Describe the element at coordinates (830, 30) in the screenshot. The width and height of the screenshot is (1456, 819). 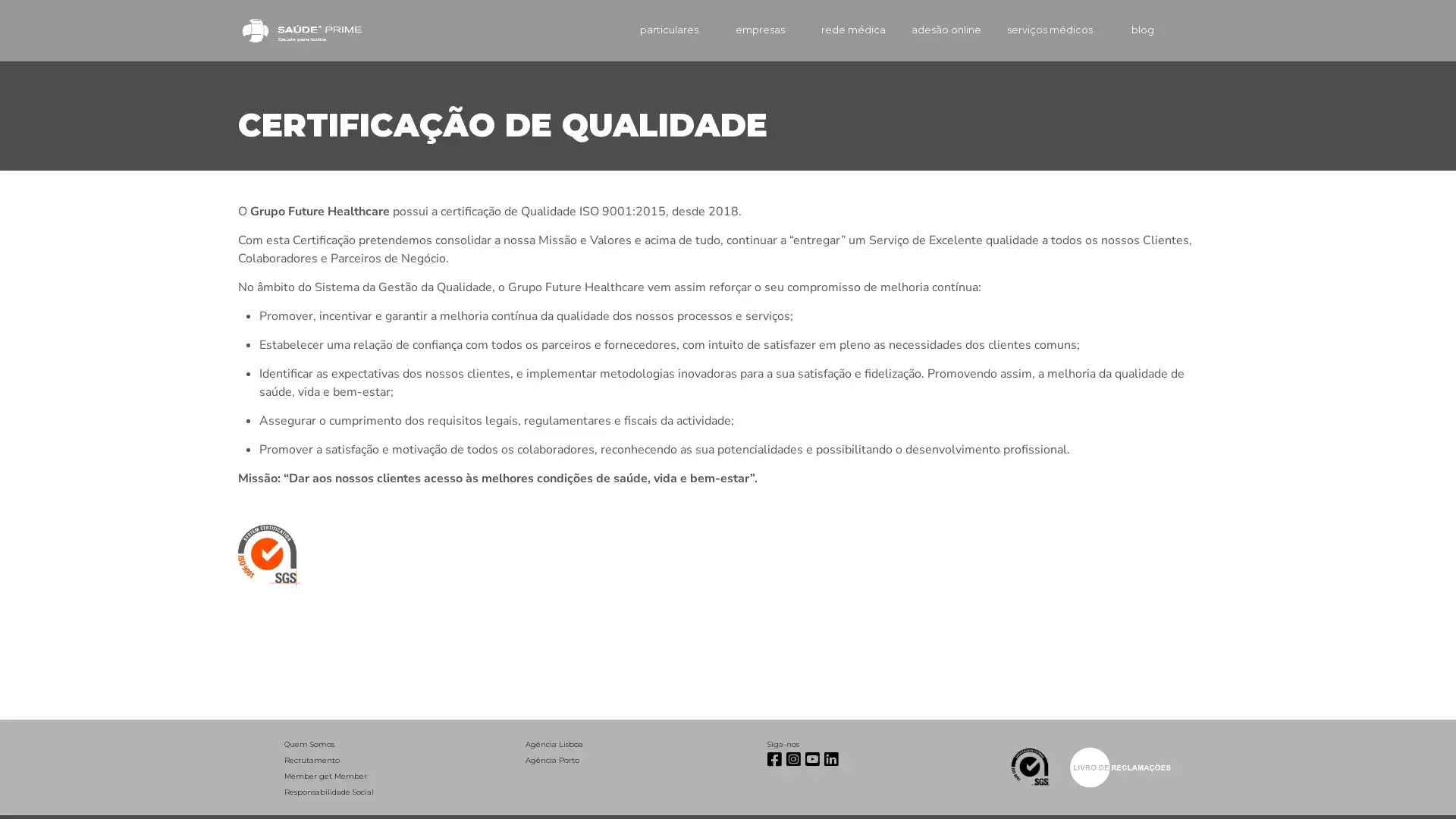
I see `rede medica` at that location.